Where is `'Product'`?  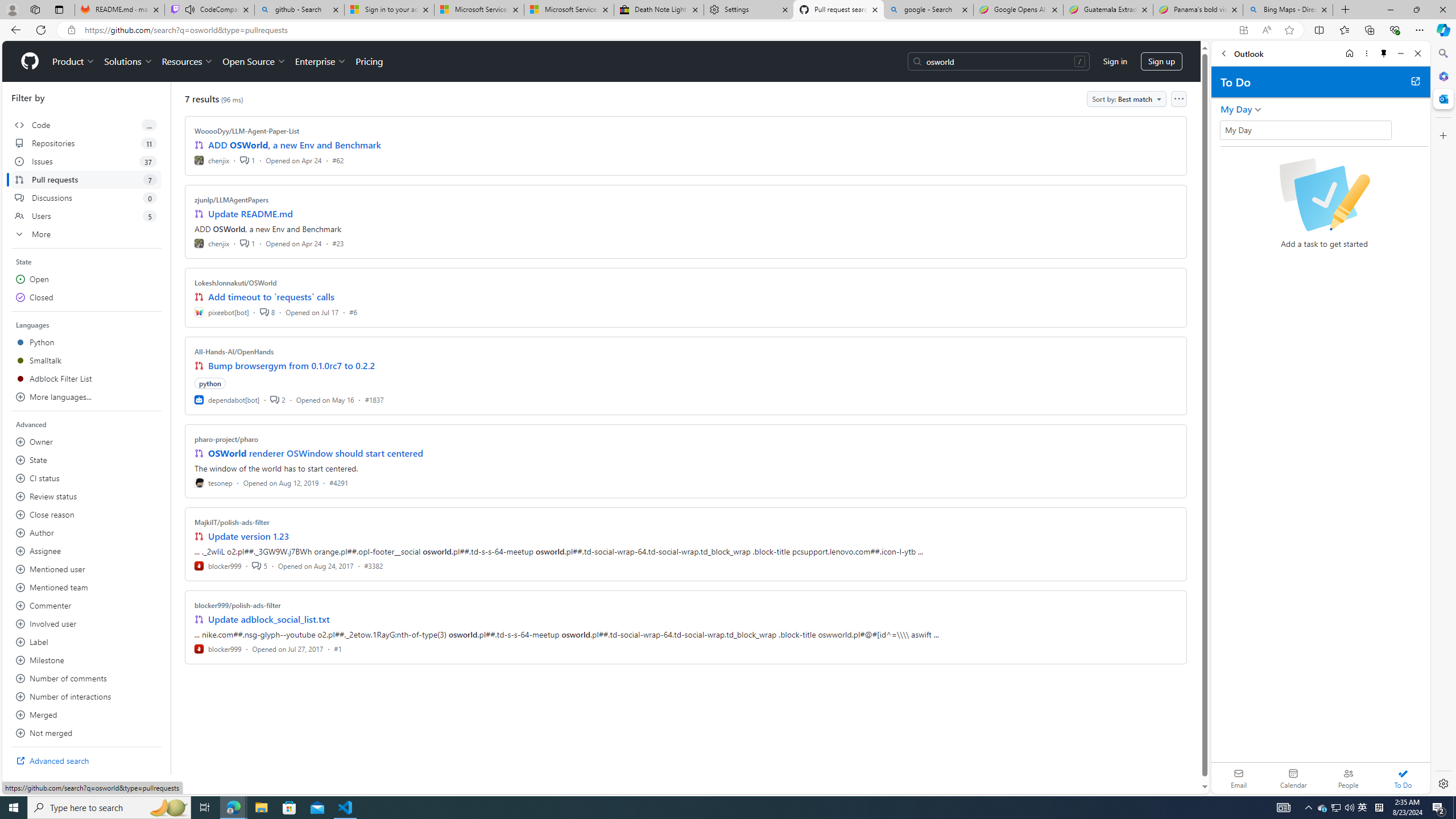 'Product' is located at coordinates (74, 61).